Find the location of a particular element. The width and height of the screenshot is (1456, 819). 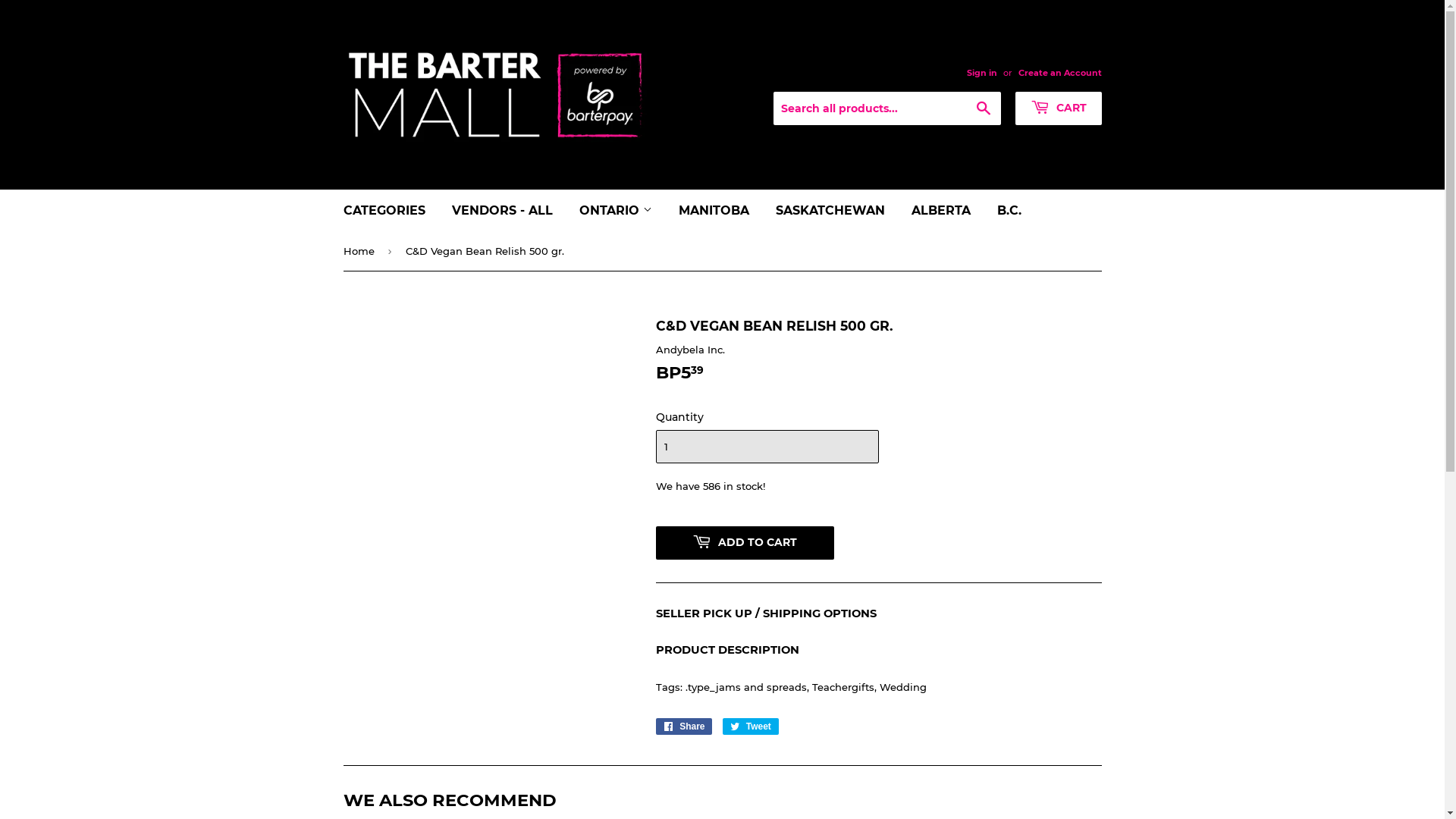

'MANITOBA' is located at coordinates (713, 210).